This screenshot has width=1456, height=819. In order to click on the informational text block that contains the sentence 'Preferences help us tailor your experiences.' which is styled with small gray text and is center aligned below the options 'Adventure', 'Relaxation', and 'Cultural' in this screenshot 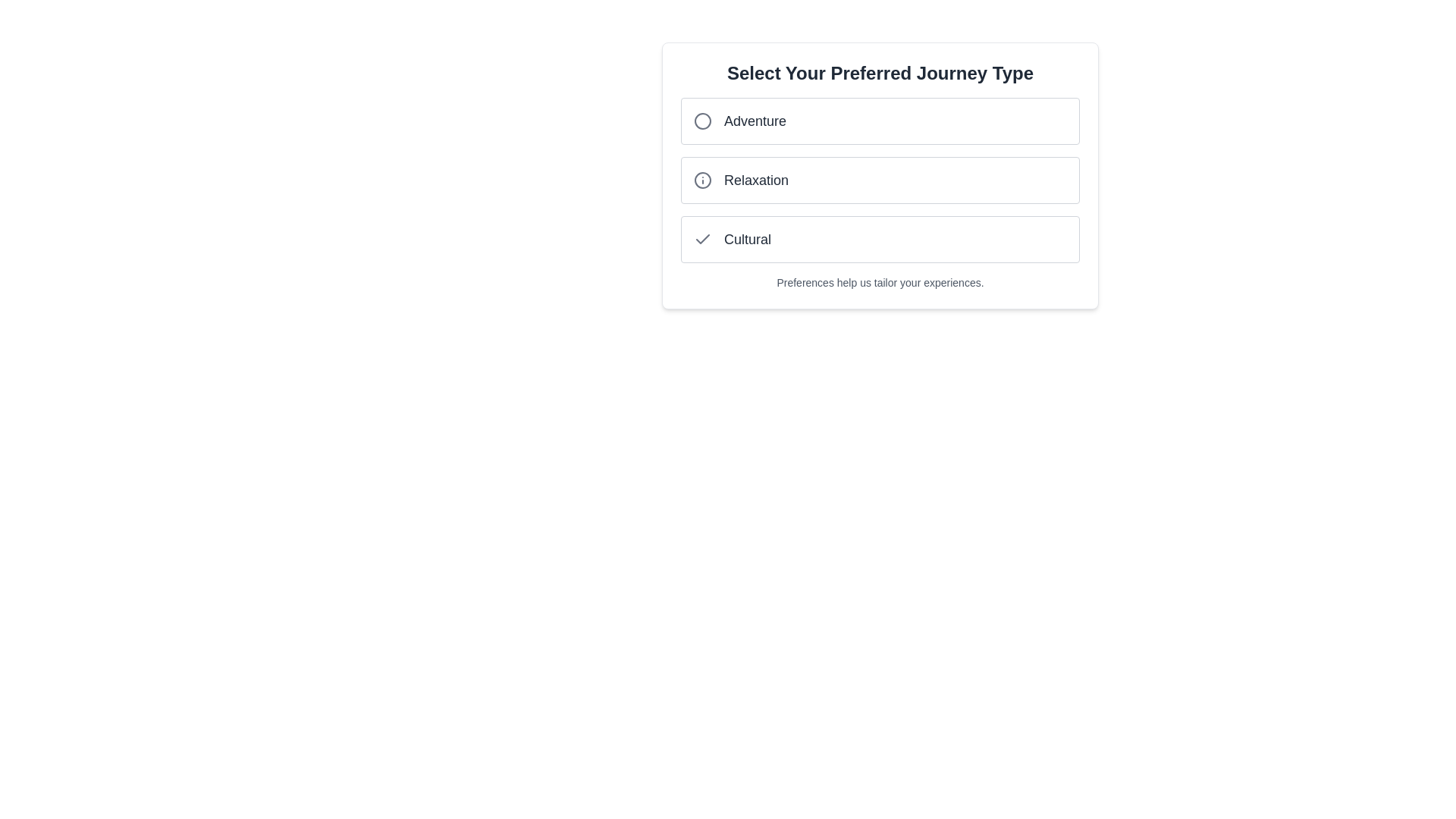, I will do `click(880, 283)`.